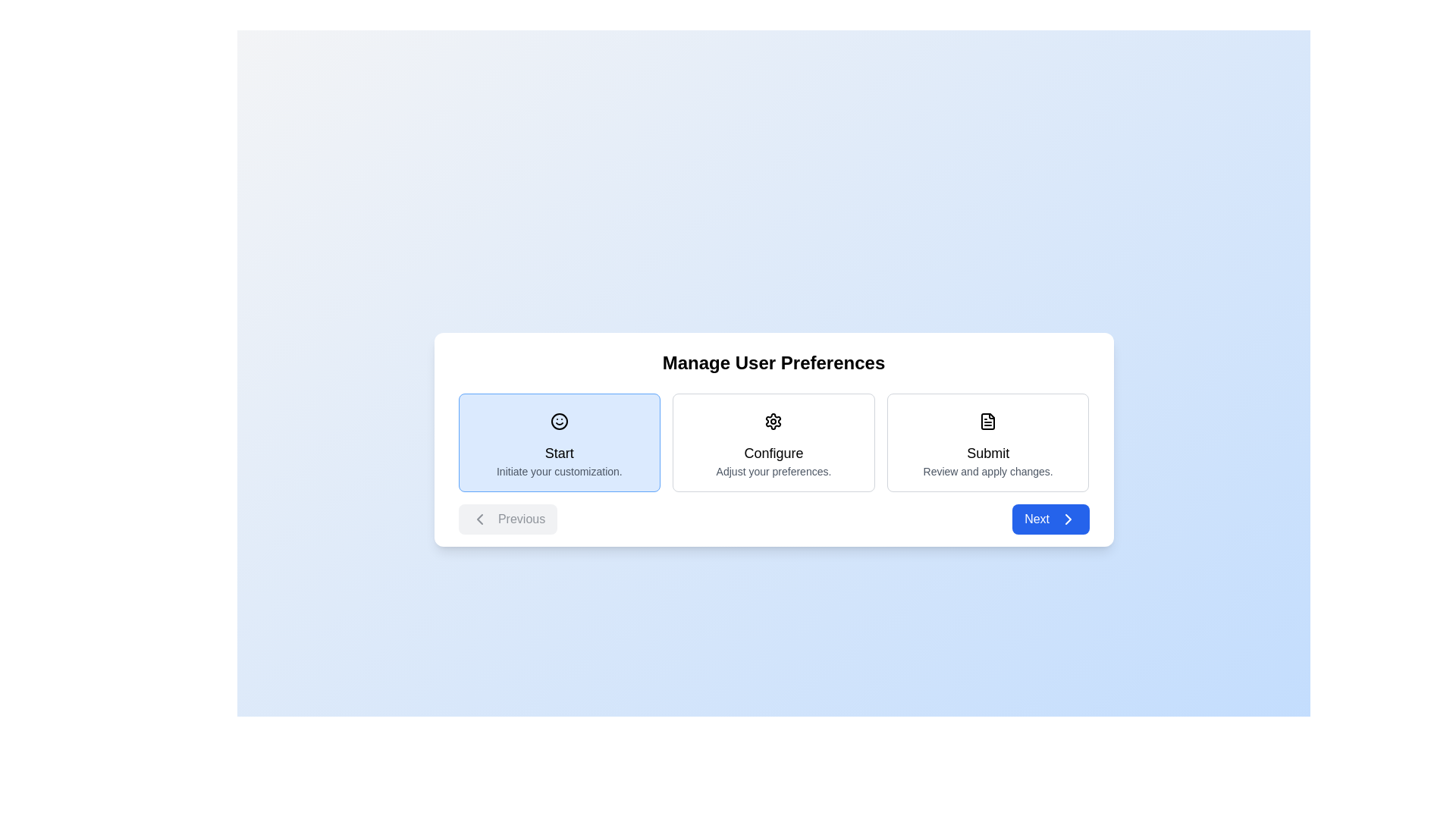 The width and height of the screenshot is (1456, 819). What do you see at coordinates (1050, 518) in the screenshot?
I see `the 'Next' button to advance to the next step` at bounding box center [1050, 518].